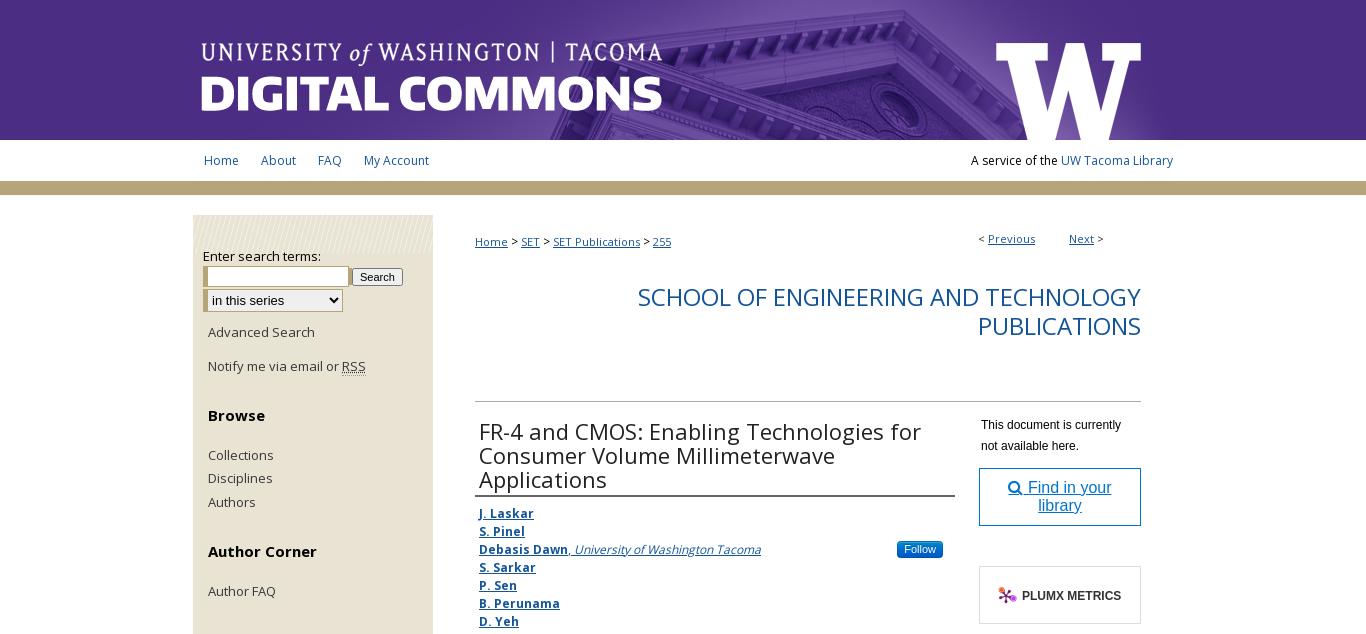 Image resolution: width=1366 pixels, height=634 pixels. I want to click on 'Author Corner', so click(207, 548).